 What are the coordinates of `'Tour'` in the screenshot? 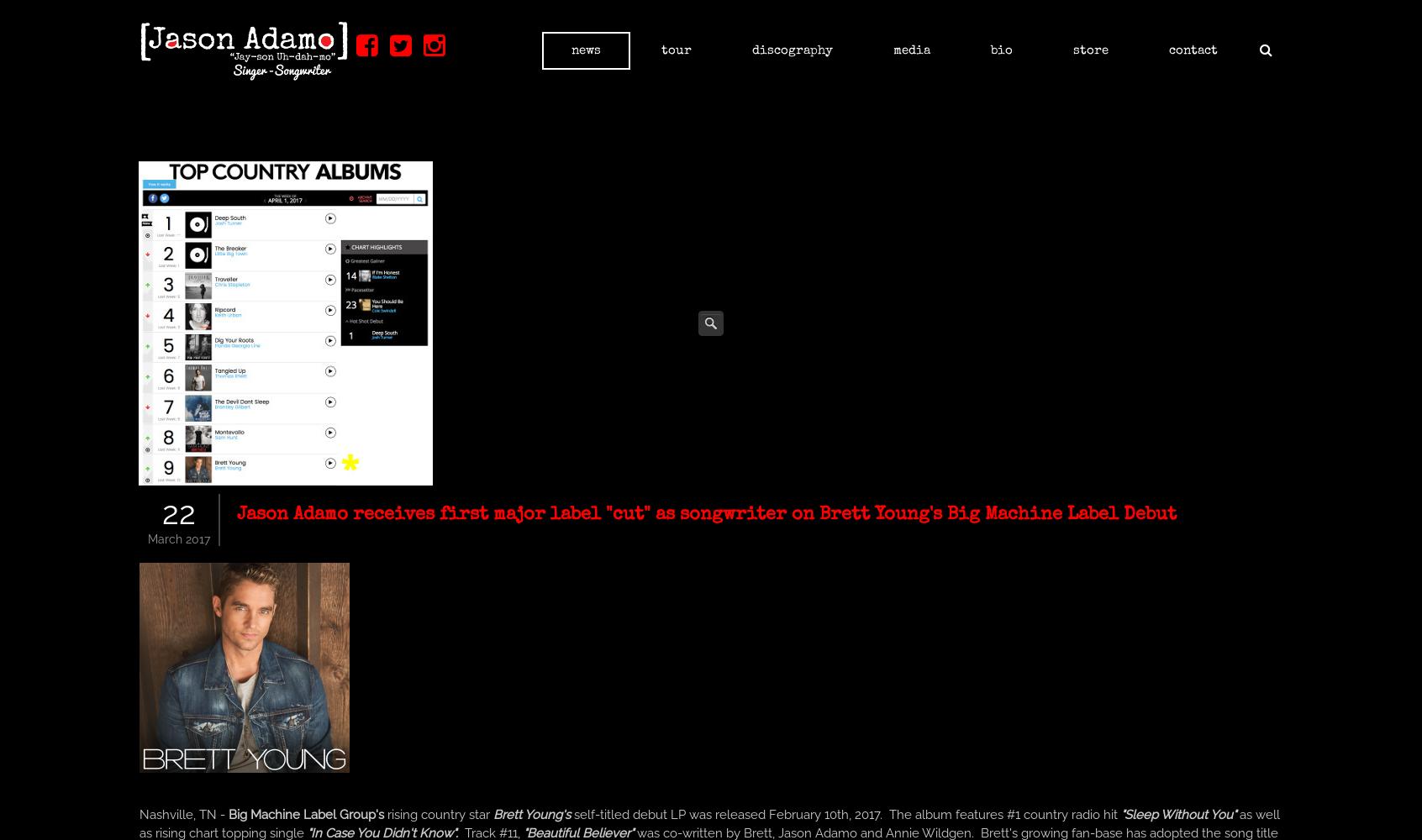 It's located at (677, 50).